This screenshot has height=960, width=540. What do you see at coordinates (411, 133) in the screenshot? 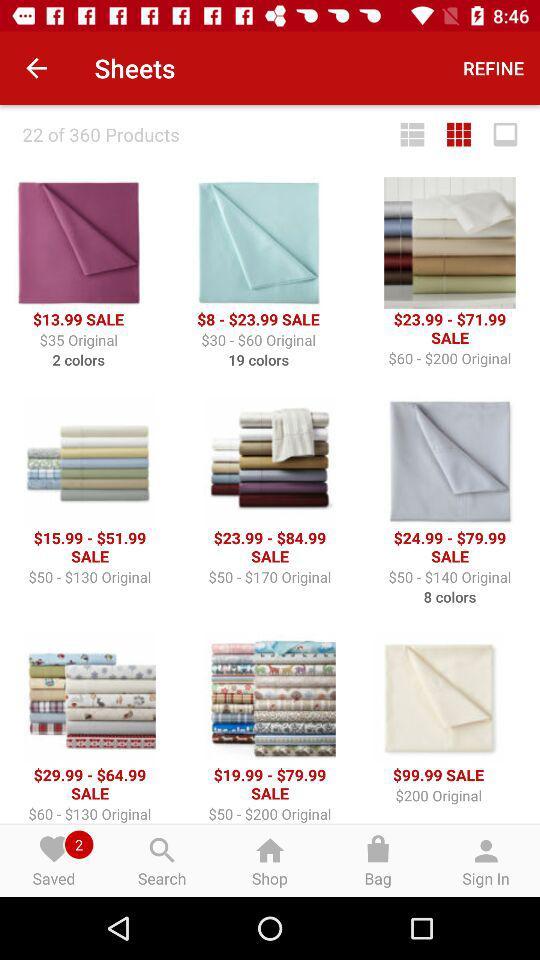
I see `item to the right of 22 of 360 icon` at bounding box center [411, 133].